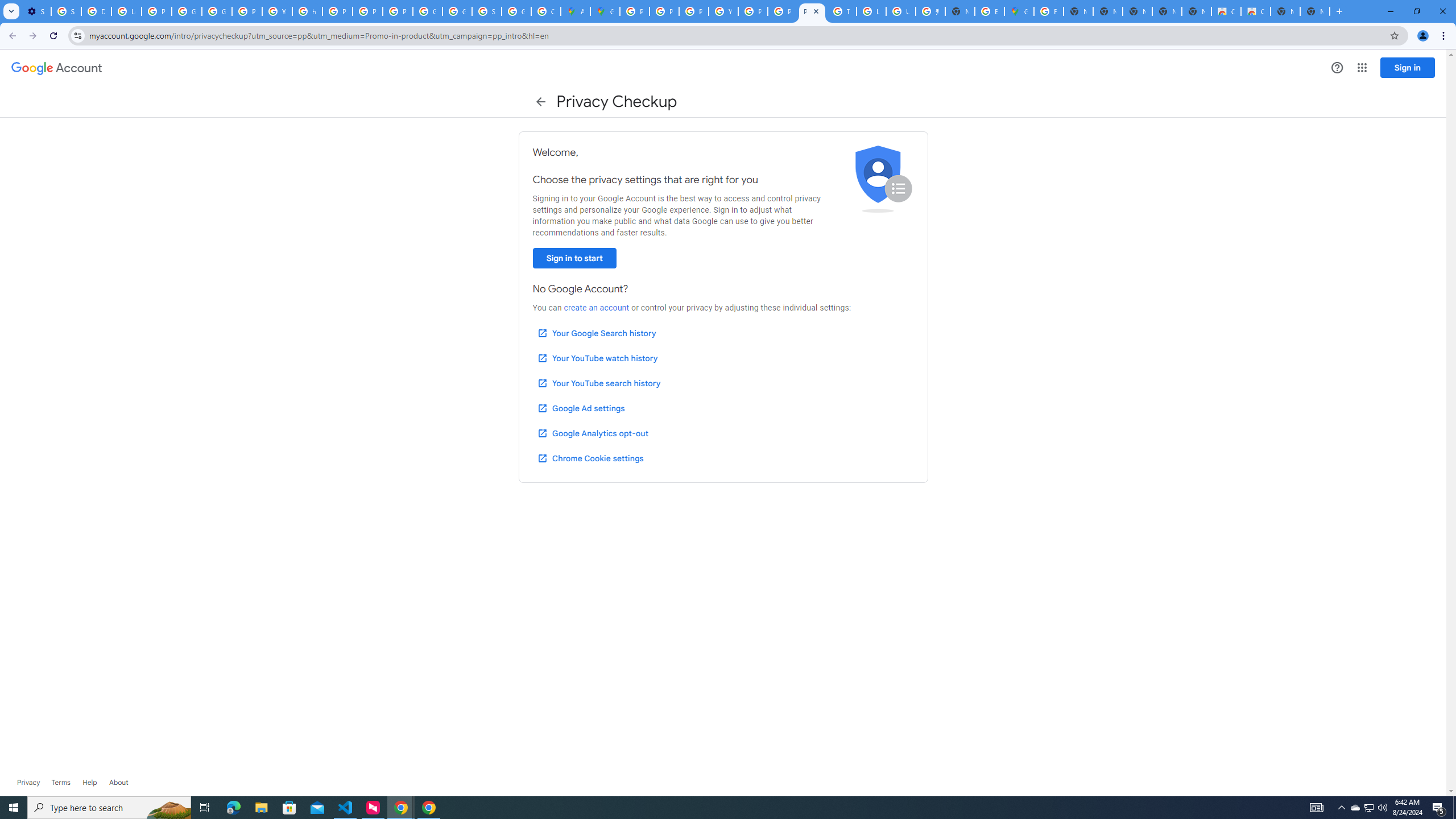  I want to click on 'Your YouTube watch history', so click(597, 358).